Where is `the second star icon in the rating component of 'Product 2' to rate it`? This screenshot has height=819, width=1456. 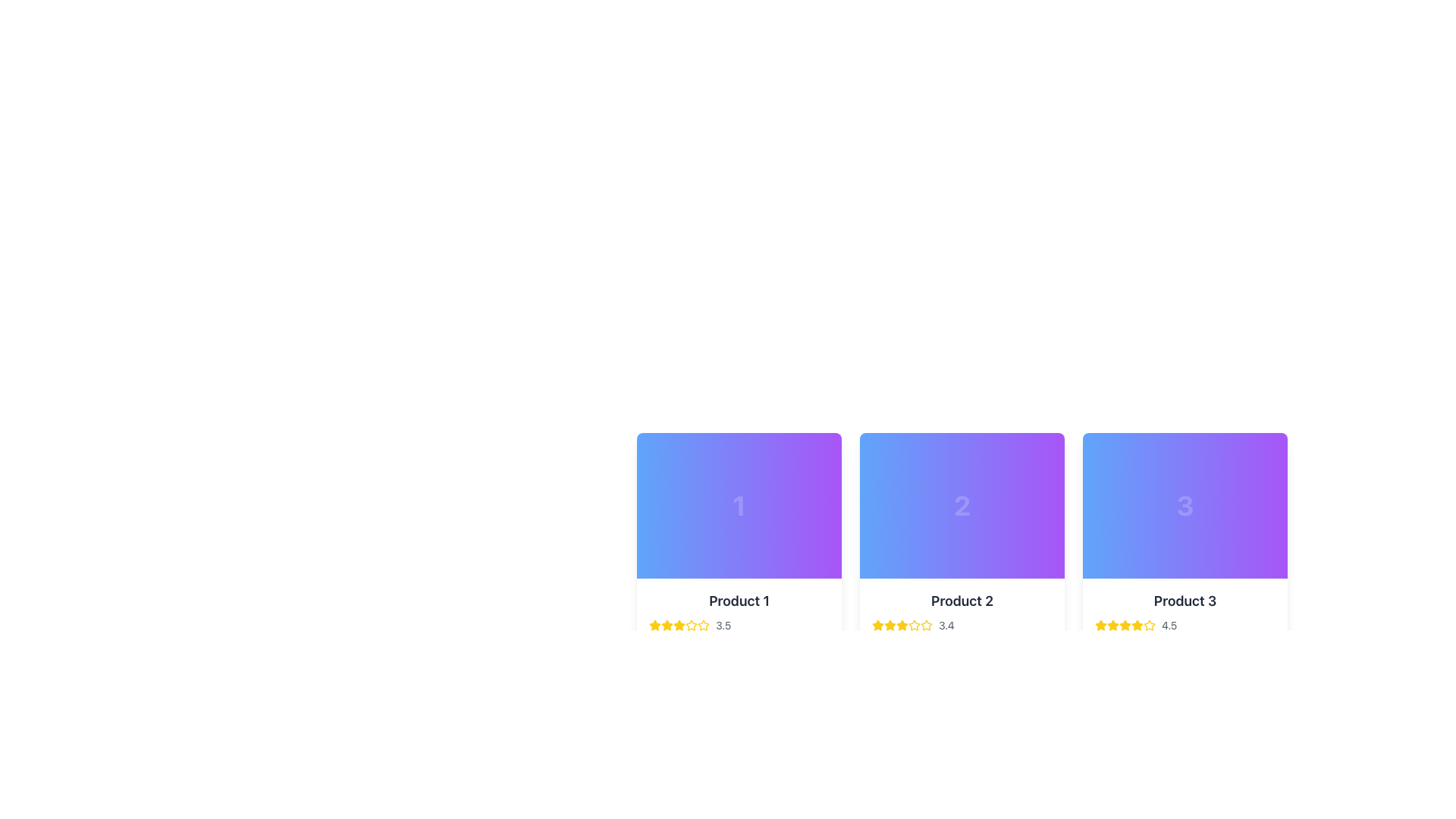
the second star icon in the rating component of 'Product 2' to rate it is located at coordinates (902, 625).